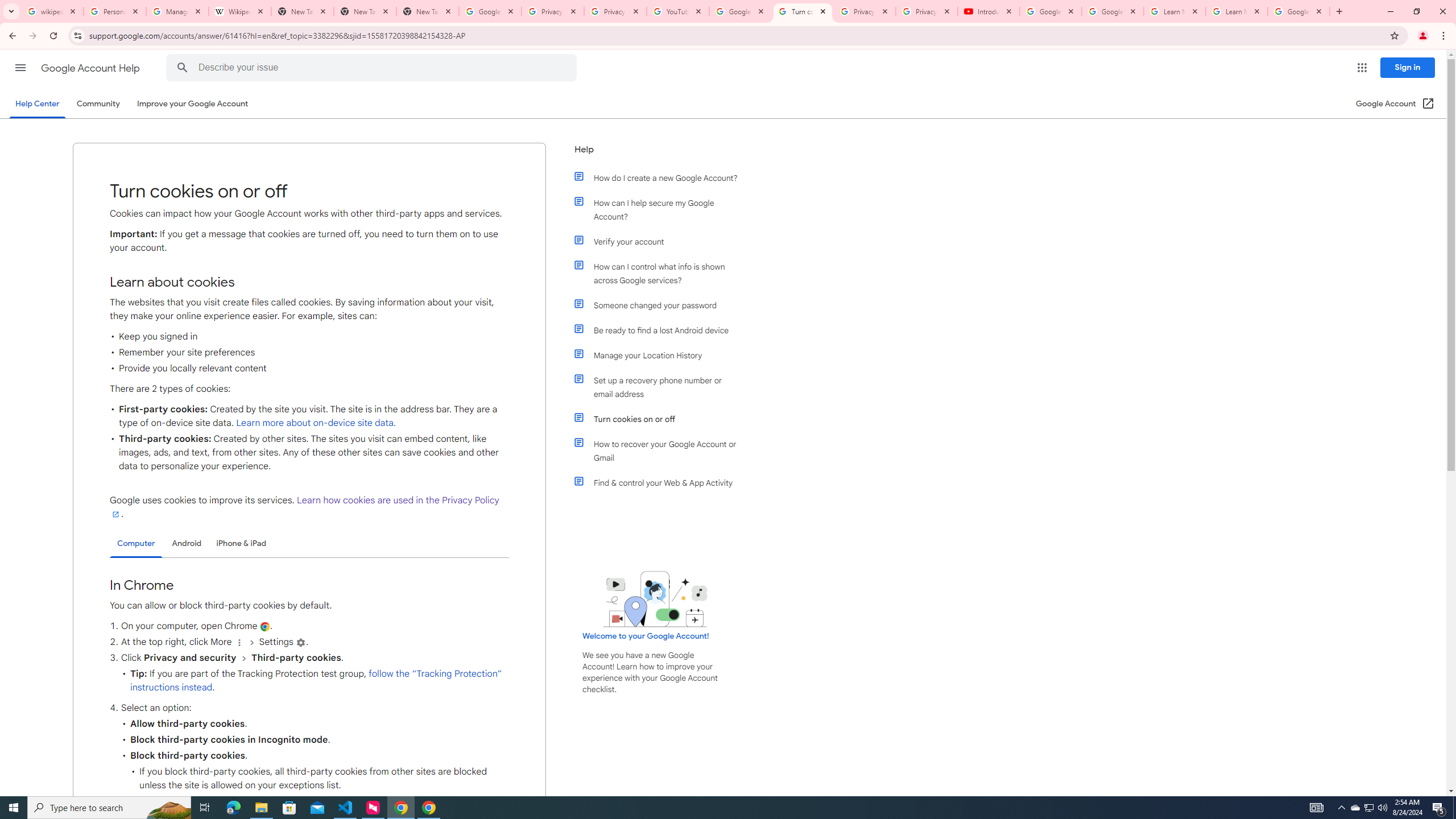  I want to click on 'Find & control your Web & App Activity', so click(661, 482).